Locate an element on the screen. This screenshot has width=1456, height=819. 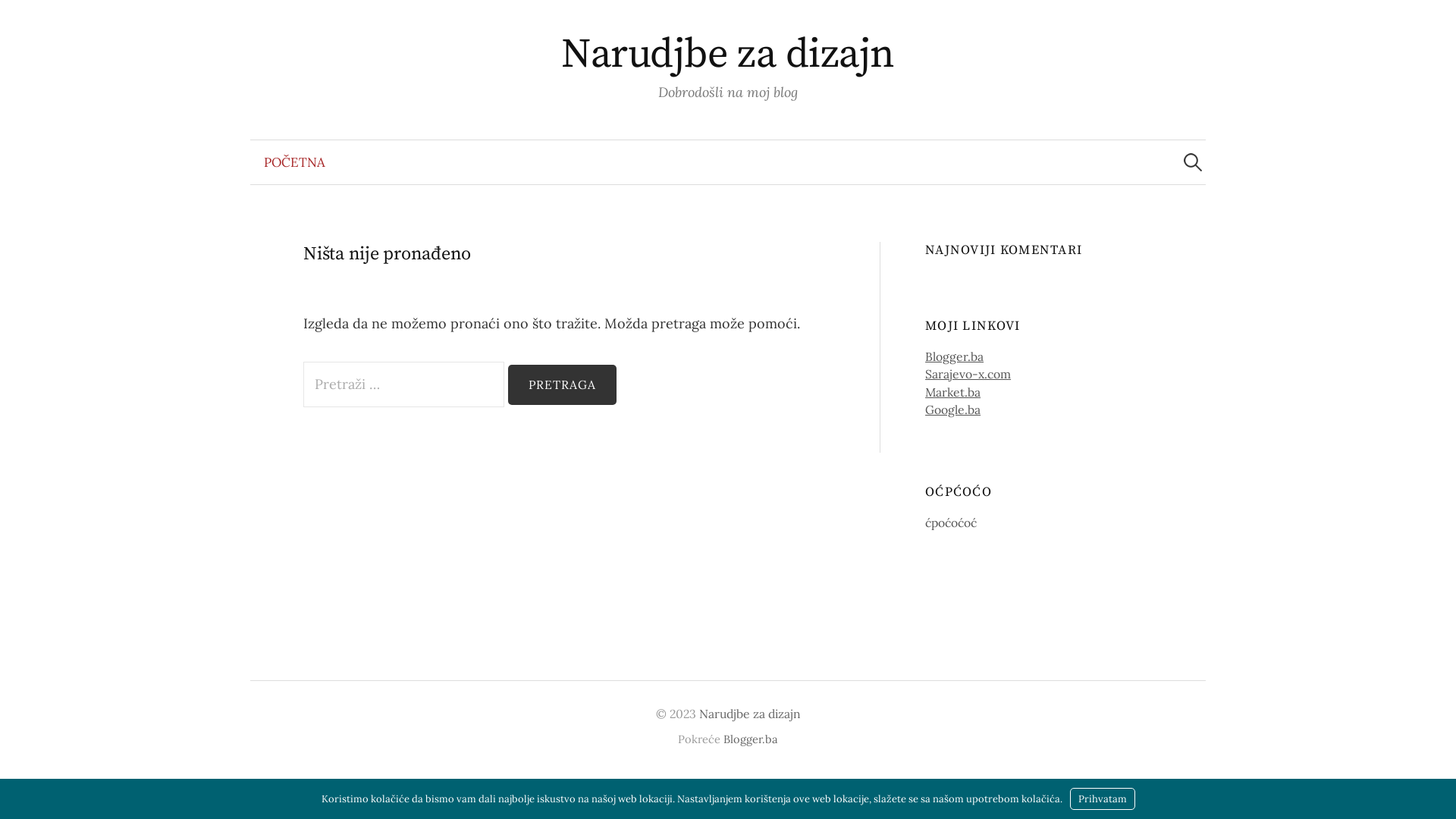
'Market.ba' is located at coordinates (952, 391).